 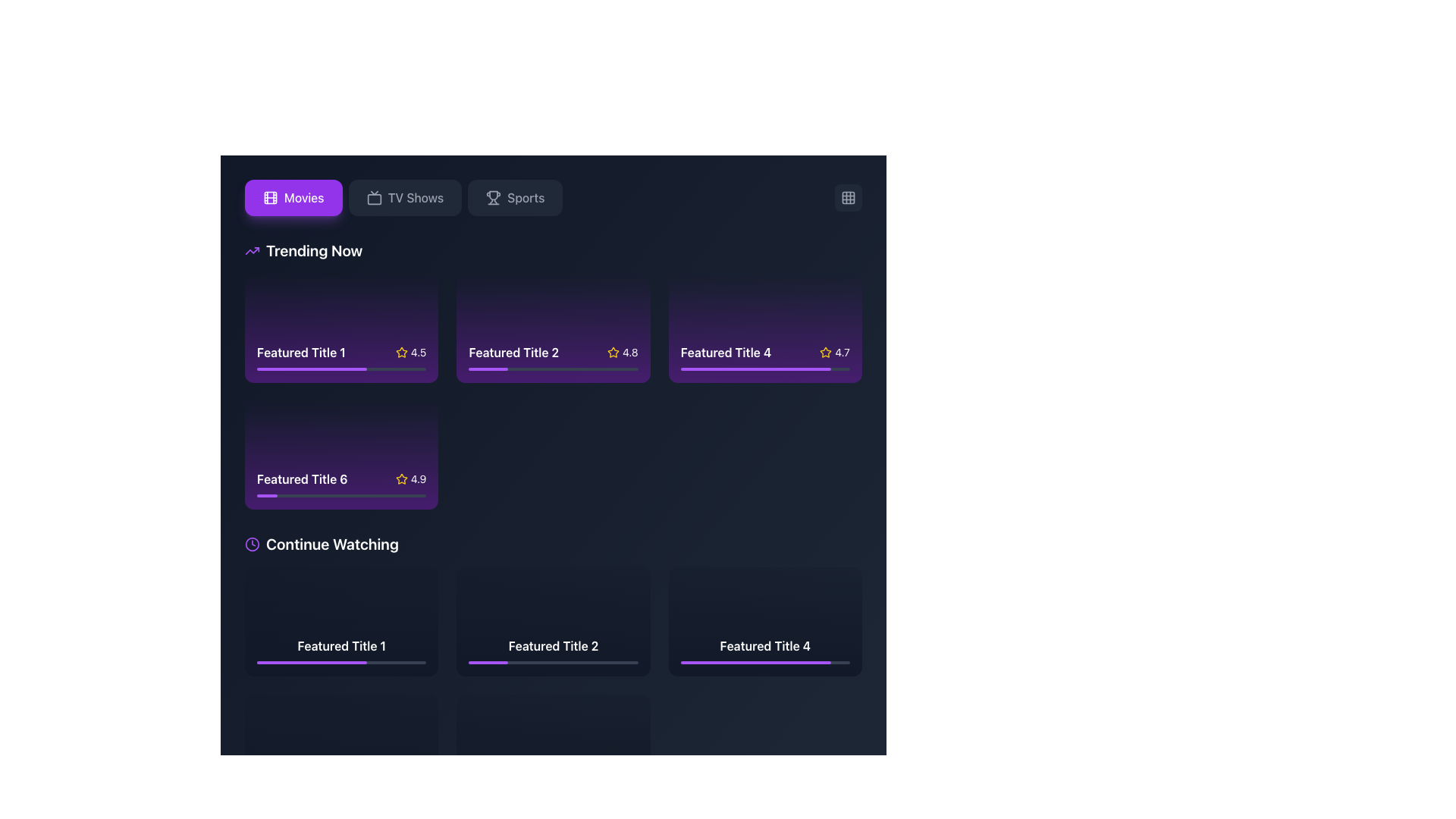 I want to click on the 'Sports' button, a rectangular button with rounded corners, dark gray background, and light gray text, positioned as the third button in a horizontal row in the navigation bar, so click(x=515, y=197).